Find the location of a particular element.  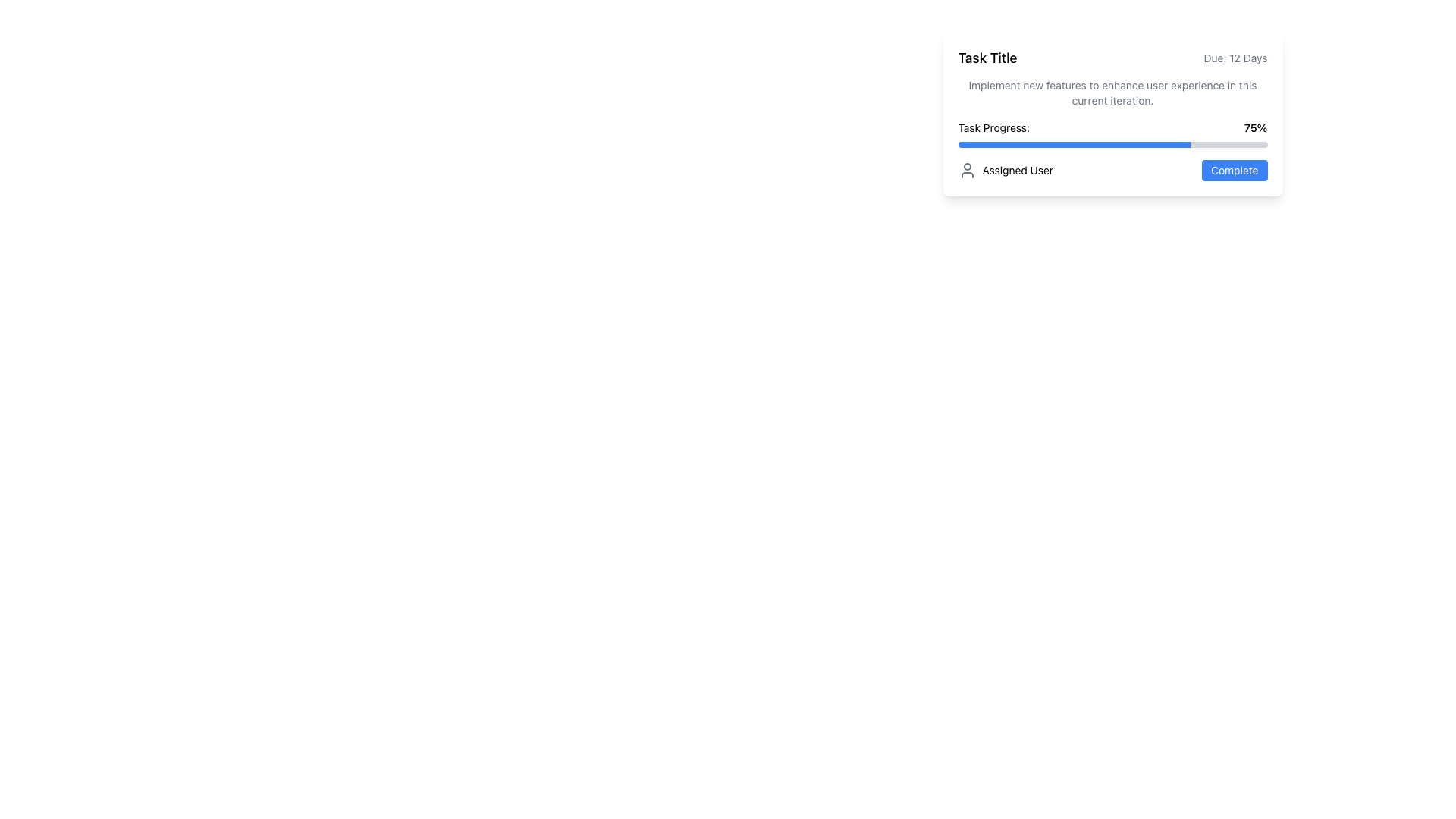

the progress bar that visually represents the completion status of a task, indicating that 75% of the task progress is achieved, located below the 'Task Progress: 75%' label and above the 'Assigned User' and 'Complete' button is located at coordinates (1112, 145).